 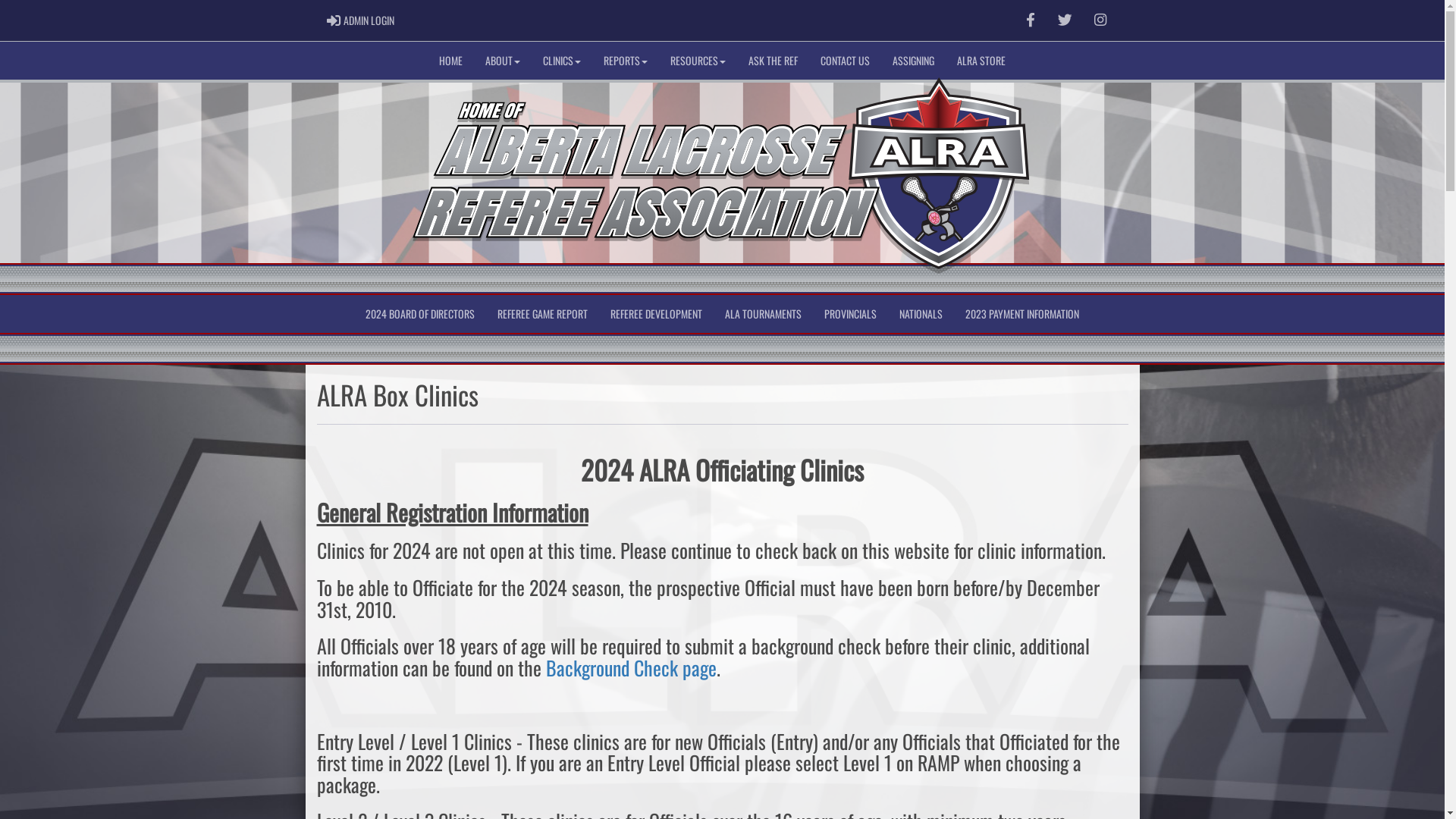 I want to click on 'ASK THE REF', so click(x=773, y=60).